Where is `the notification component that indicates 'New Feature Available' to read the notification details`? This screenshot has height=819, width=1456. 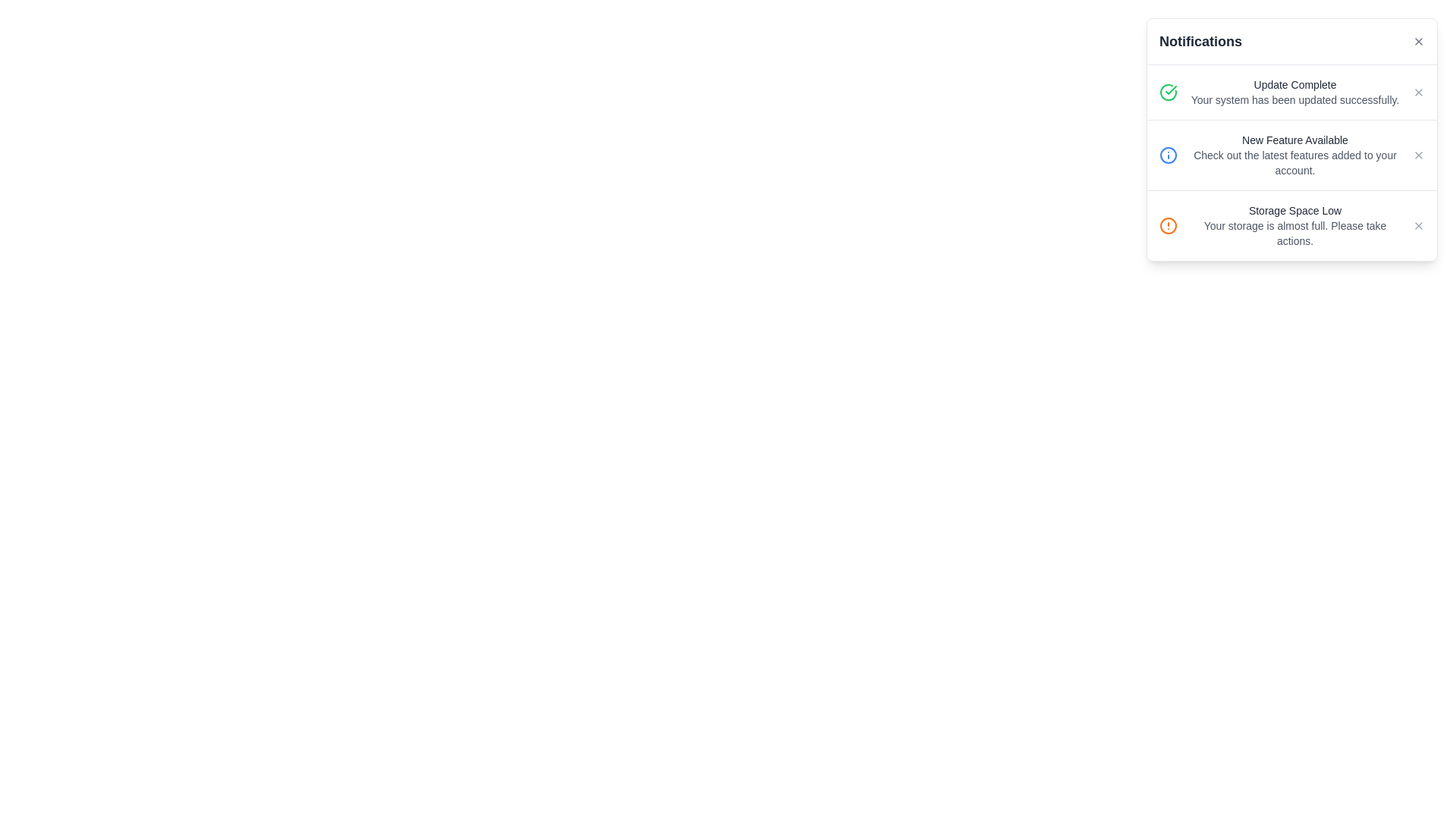 the notification component that indicates 'New Feature Available' to read the notification details is located at coordinates (1291, 155).